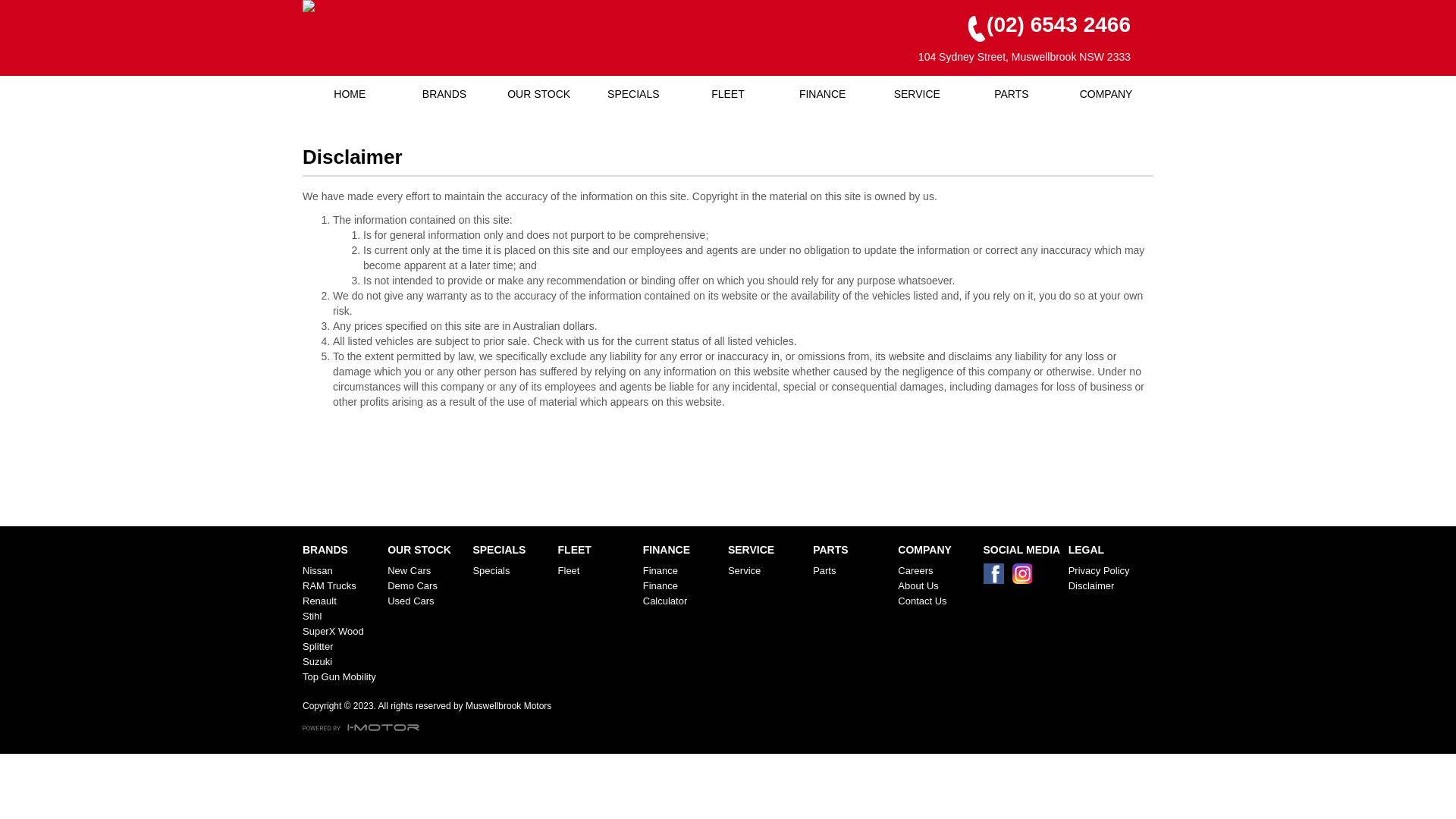 Image resolution: width=1456 pixels, height=819 pixels. Describe the element at coordinates (349, 94) in the screenshot. I see `'HOME'` at that location.